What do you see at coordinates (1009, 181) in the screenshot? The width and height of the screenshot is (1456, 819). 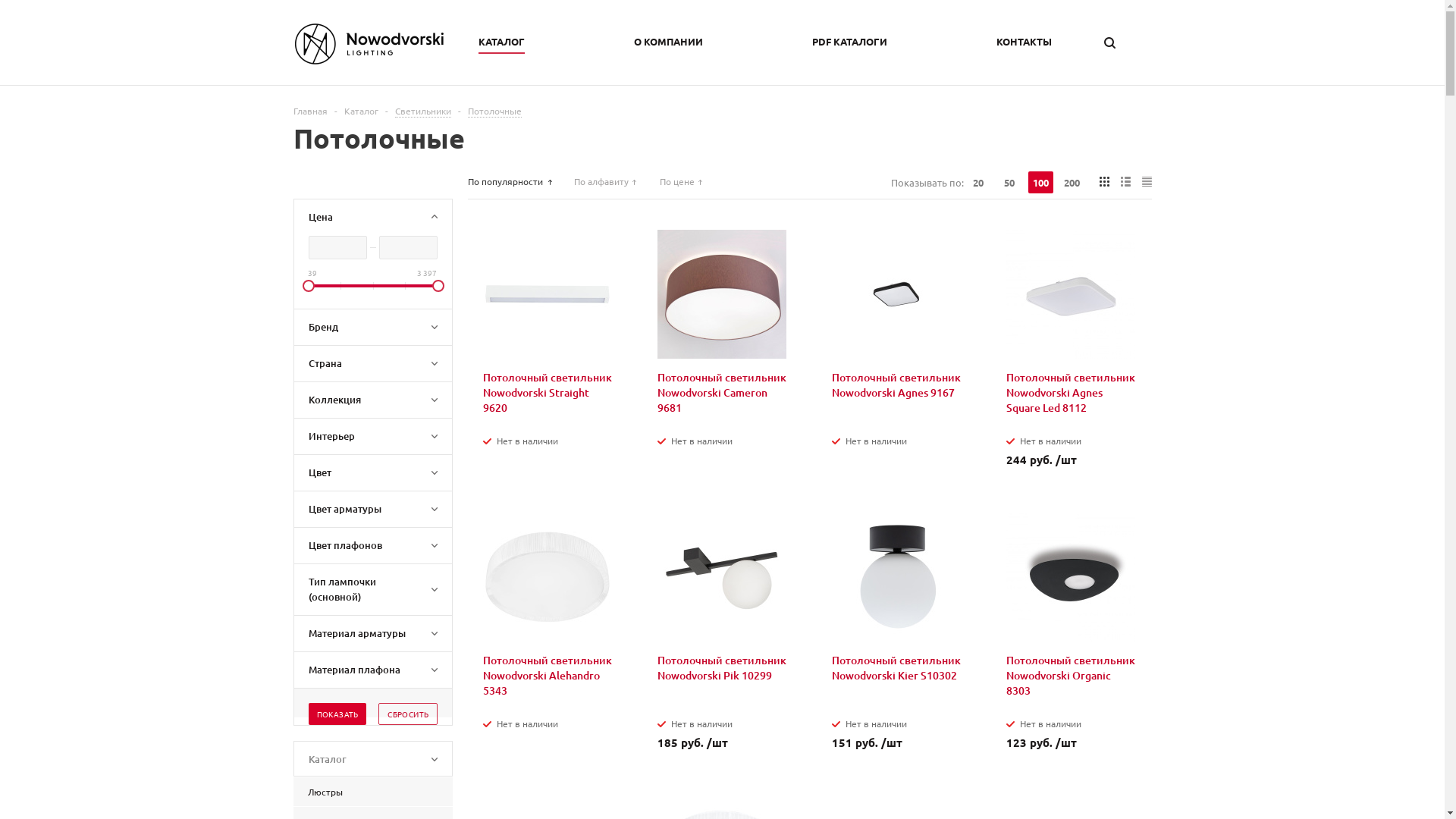 I see `'50'` at bounding box center [1009, 181].